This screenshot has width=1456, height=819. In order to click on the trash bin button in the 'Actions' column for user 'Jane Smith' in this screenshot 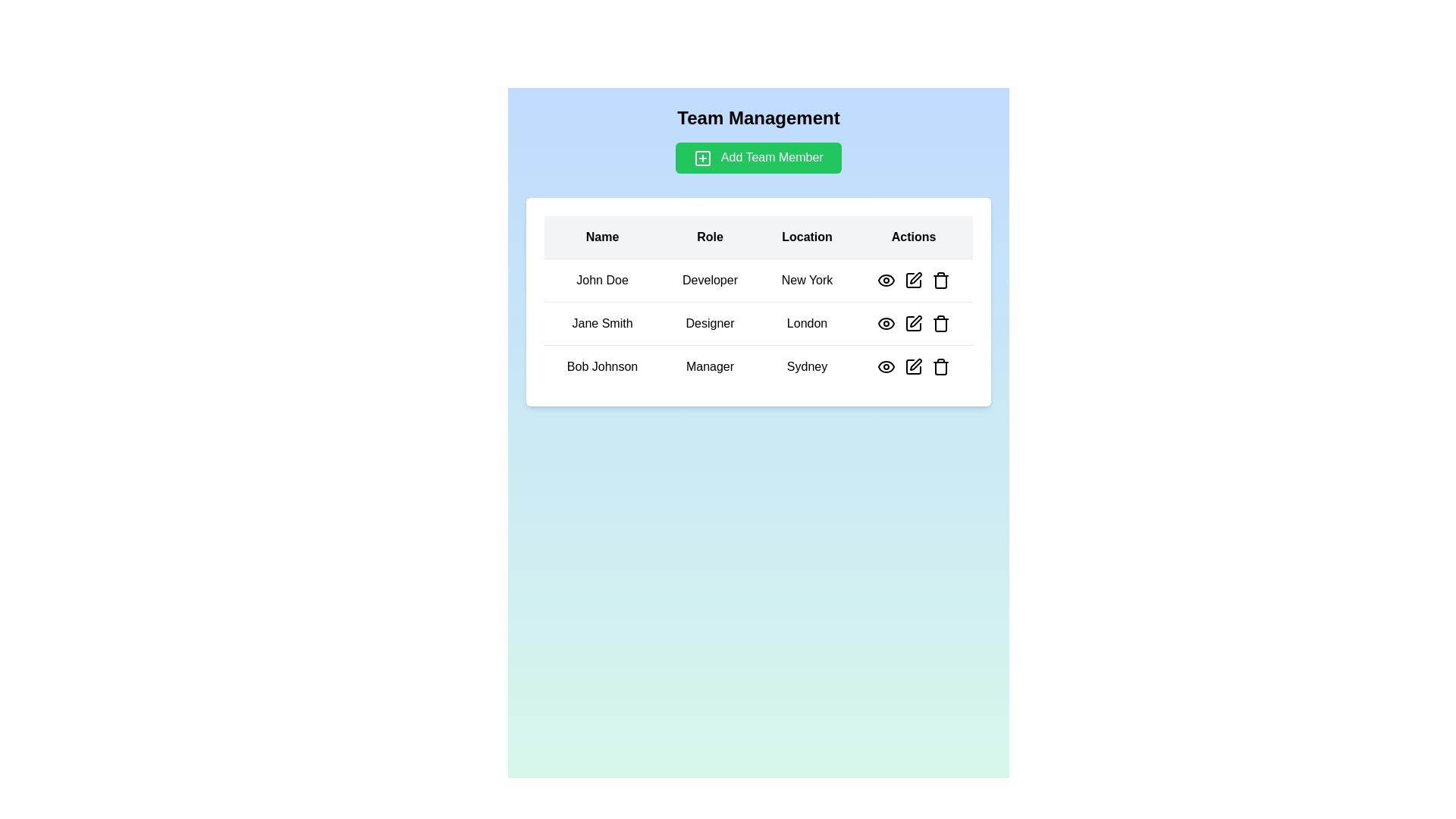, I will do `click(940, 322)`.